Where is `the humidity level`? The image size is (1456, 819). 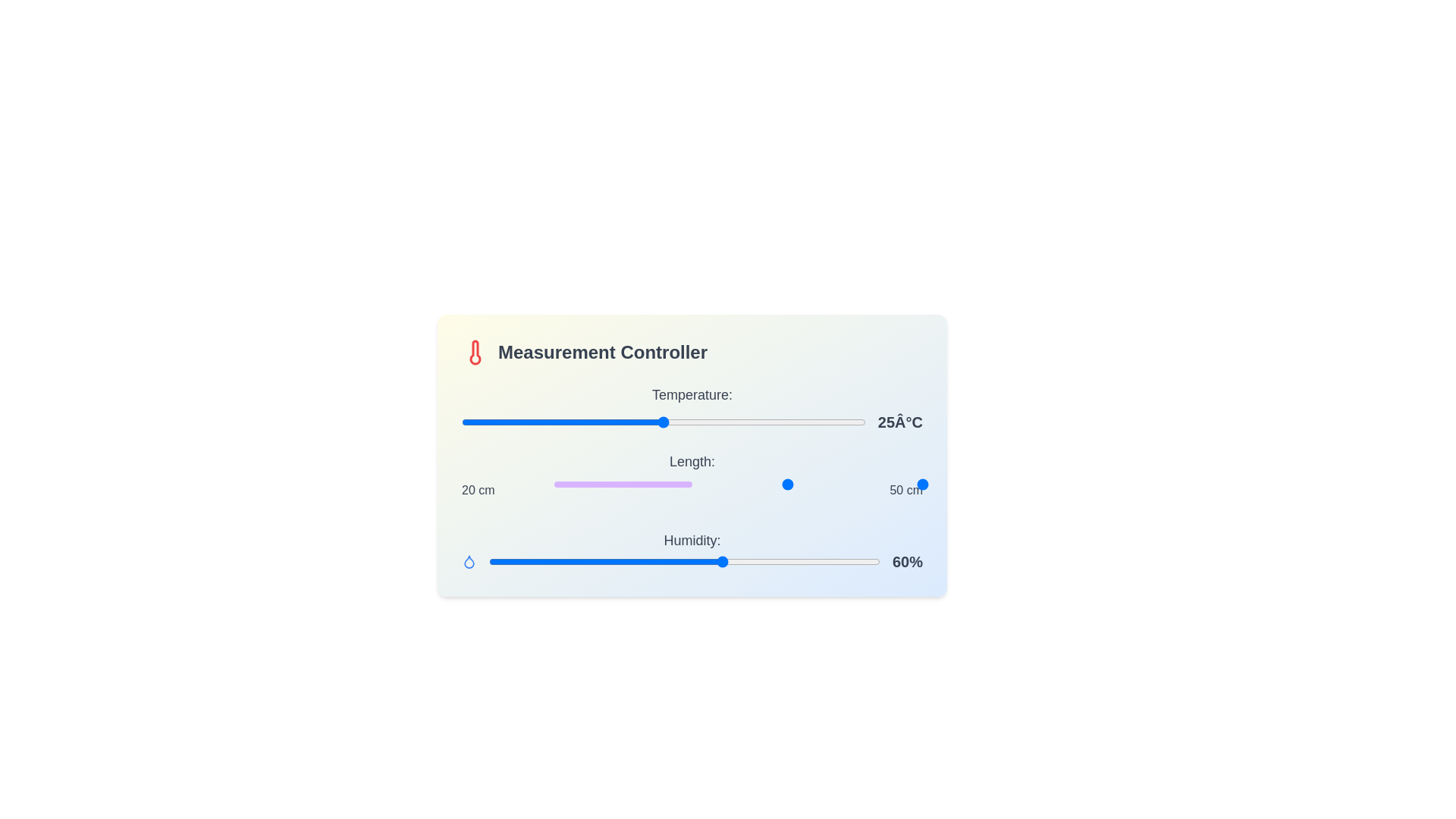 the humidity level is located at coordinates (793, 561).